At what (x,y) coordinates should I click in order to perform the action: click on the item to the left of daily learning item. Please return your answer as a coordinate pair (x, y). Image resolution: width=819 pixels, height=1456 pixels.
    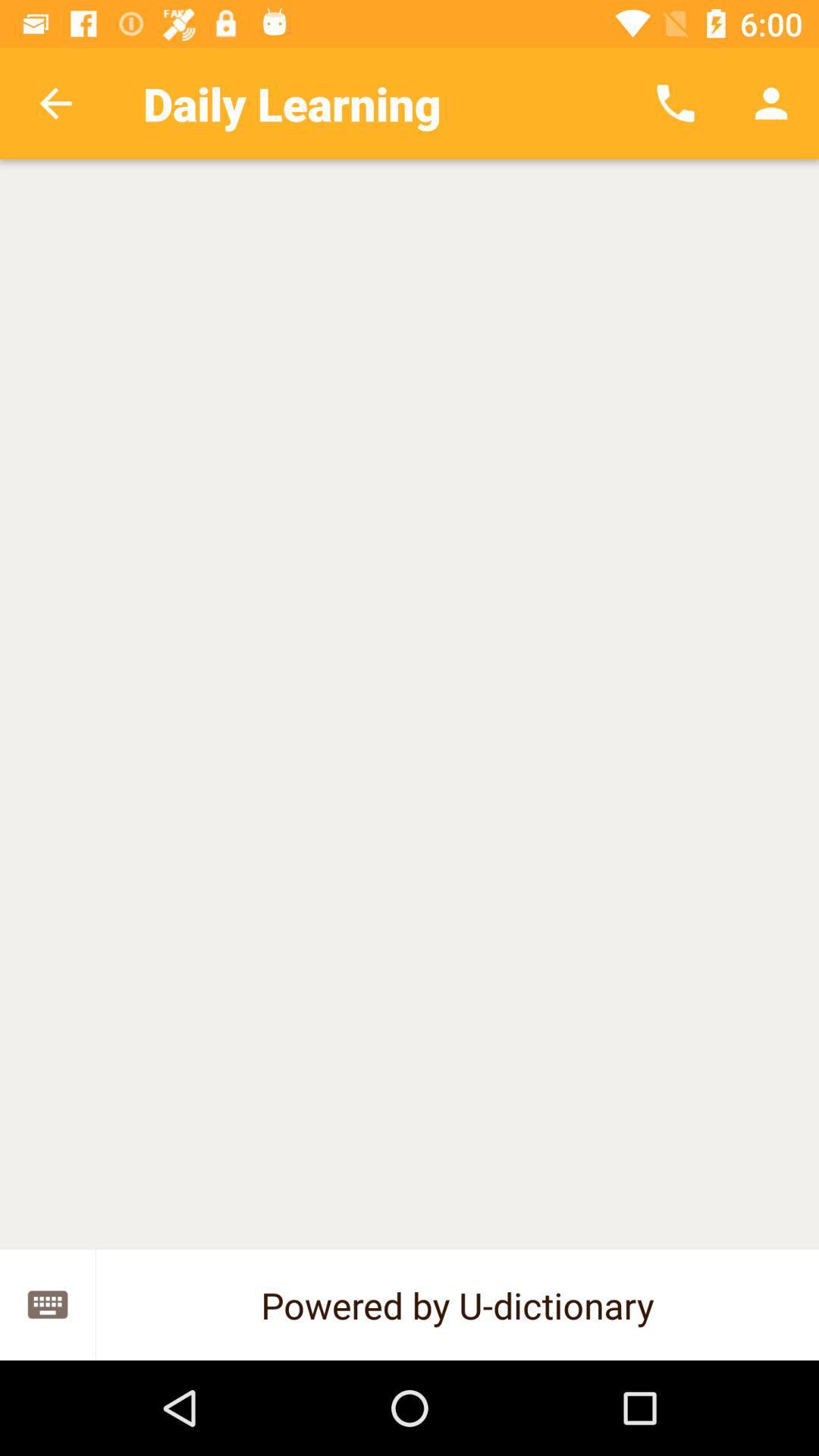
    Looking at the image, I should click on (55, 102).